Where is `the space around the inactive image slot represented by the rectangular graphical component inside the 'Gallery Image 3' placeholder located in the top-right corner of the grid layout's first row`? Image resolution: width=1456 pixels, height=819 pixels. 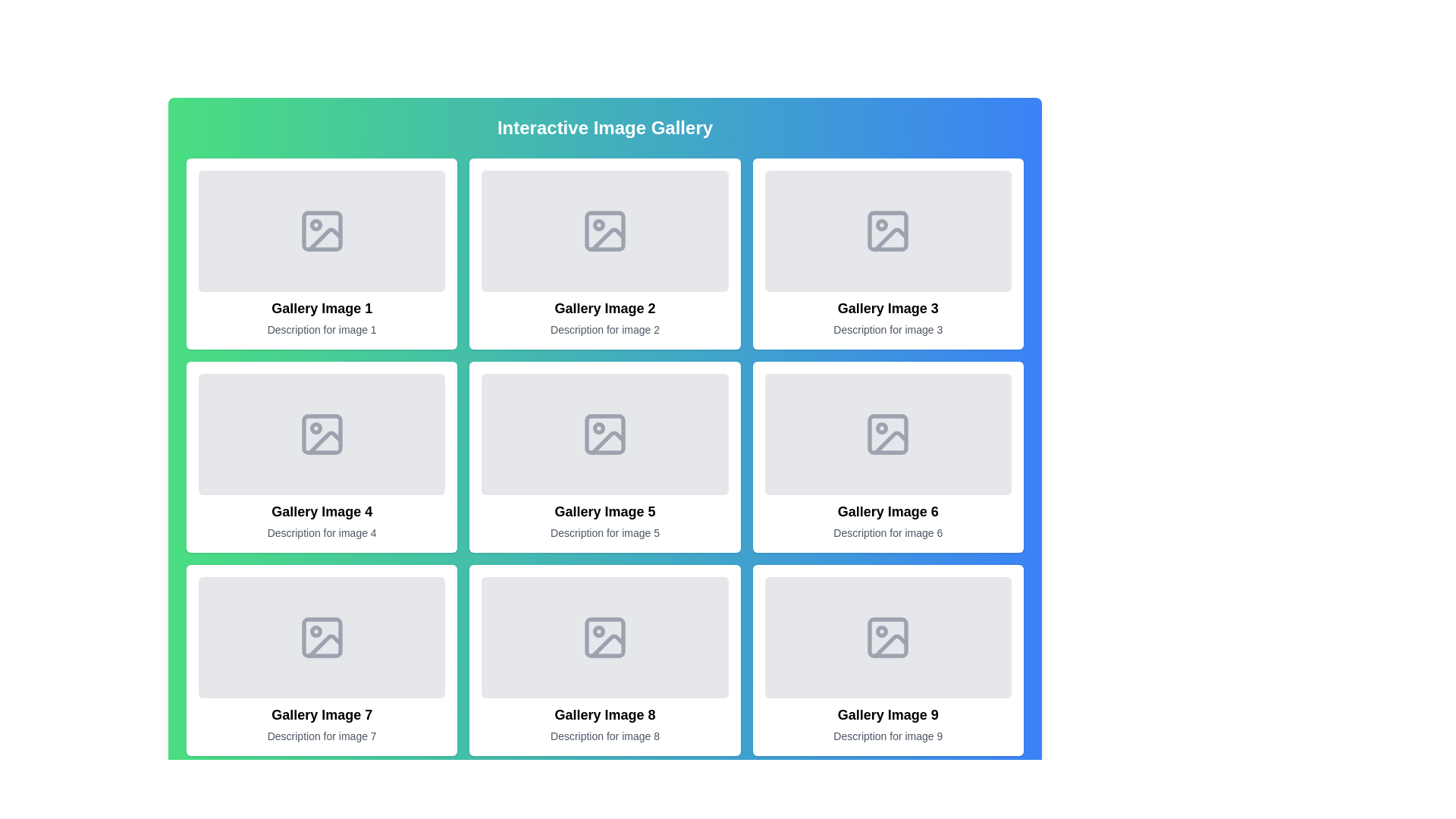
the space around the inactive image slot represented by the rectangular graphical component inside the 'Gallery Image 3' placeholder located in the top-right corner of the grid layout's first row is located at coordinates (888, 231).